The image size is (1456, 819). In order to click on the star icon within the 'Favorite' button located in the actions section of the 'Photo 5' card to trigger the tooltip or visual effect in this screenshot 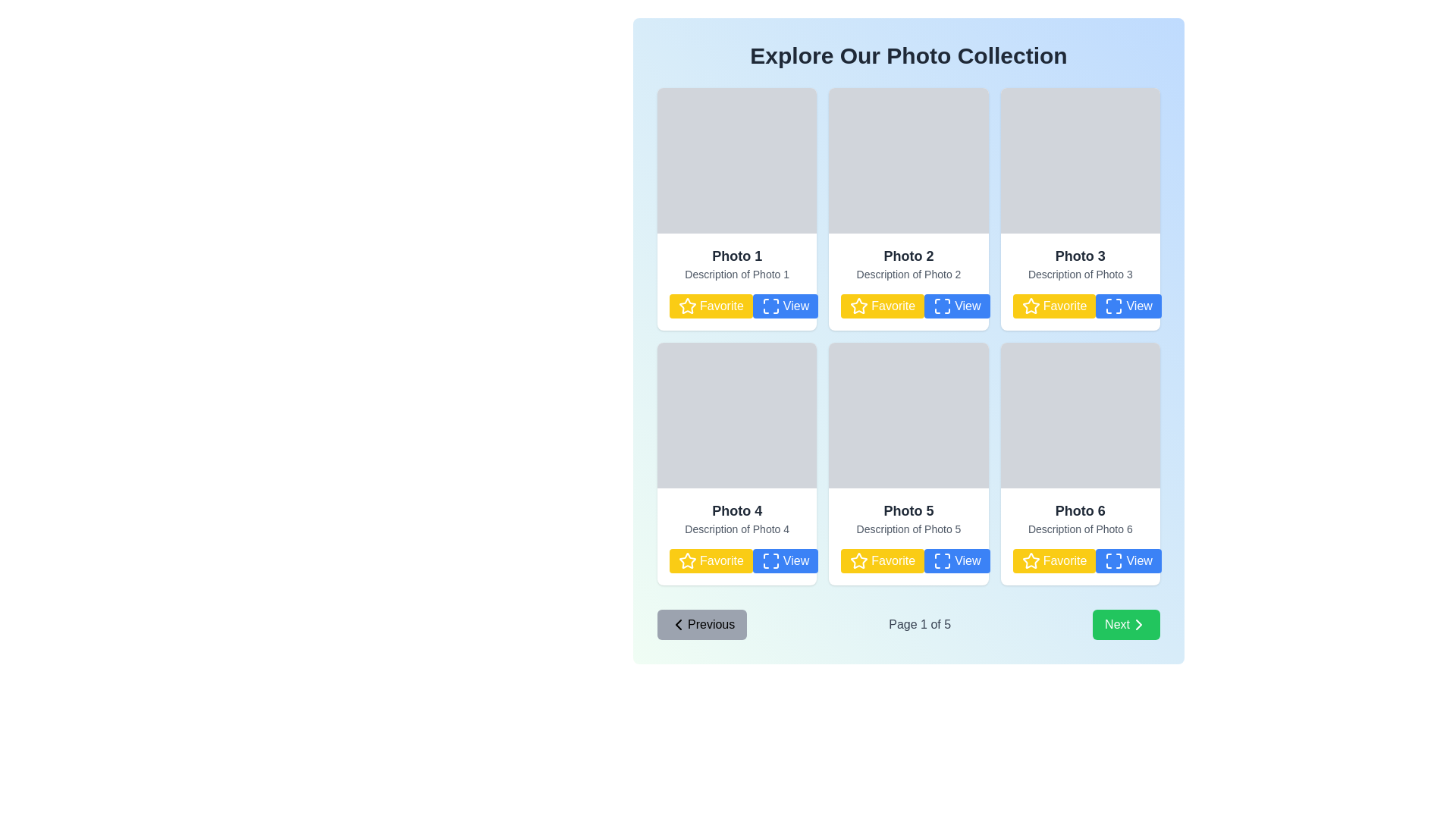, I will do `click(859, 560)`.